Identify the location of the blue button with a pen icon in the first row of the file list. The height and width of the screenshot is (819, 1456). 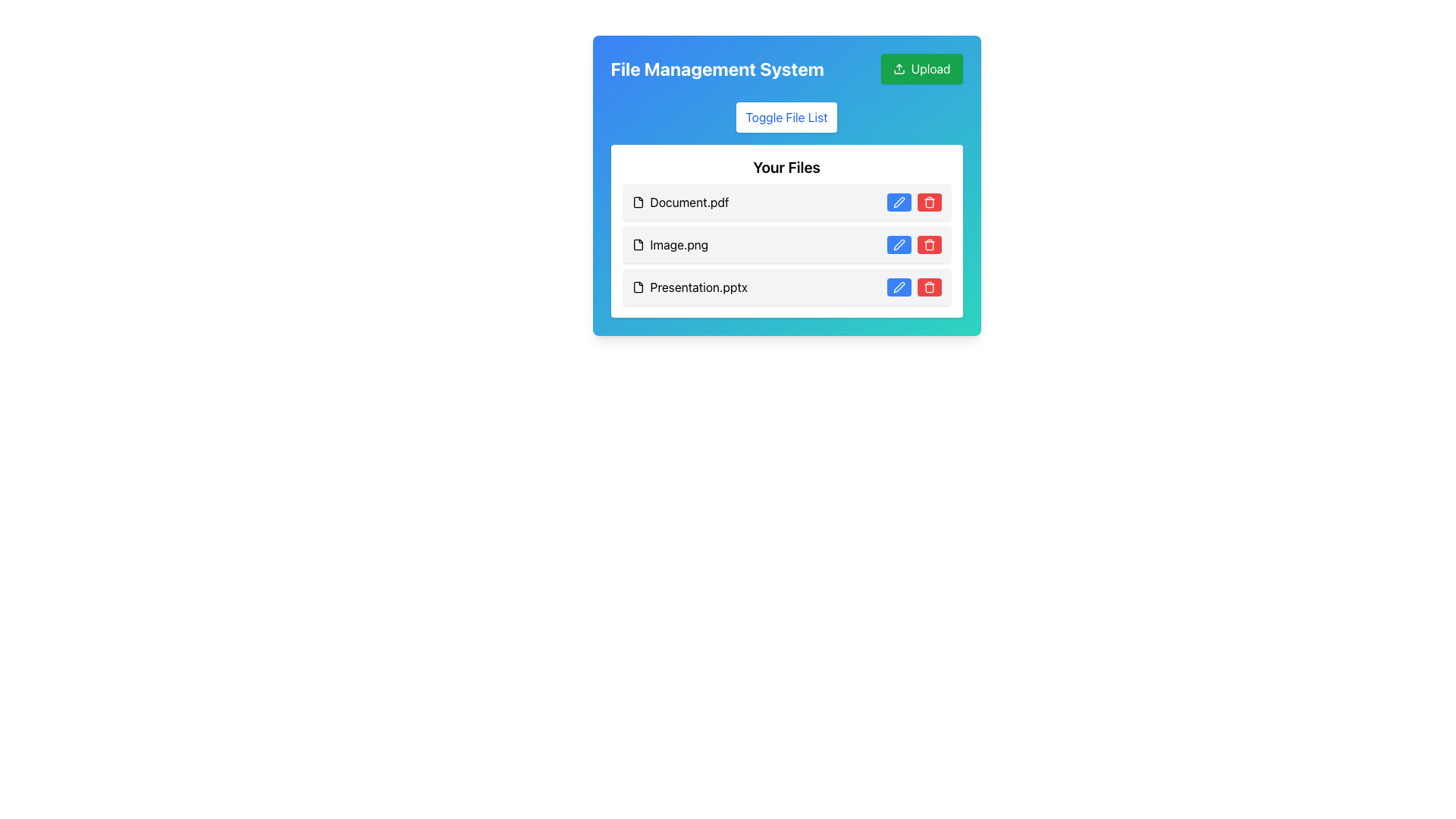
(899, 201).